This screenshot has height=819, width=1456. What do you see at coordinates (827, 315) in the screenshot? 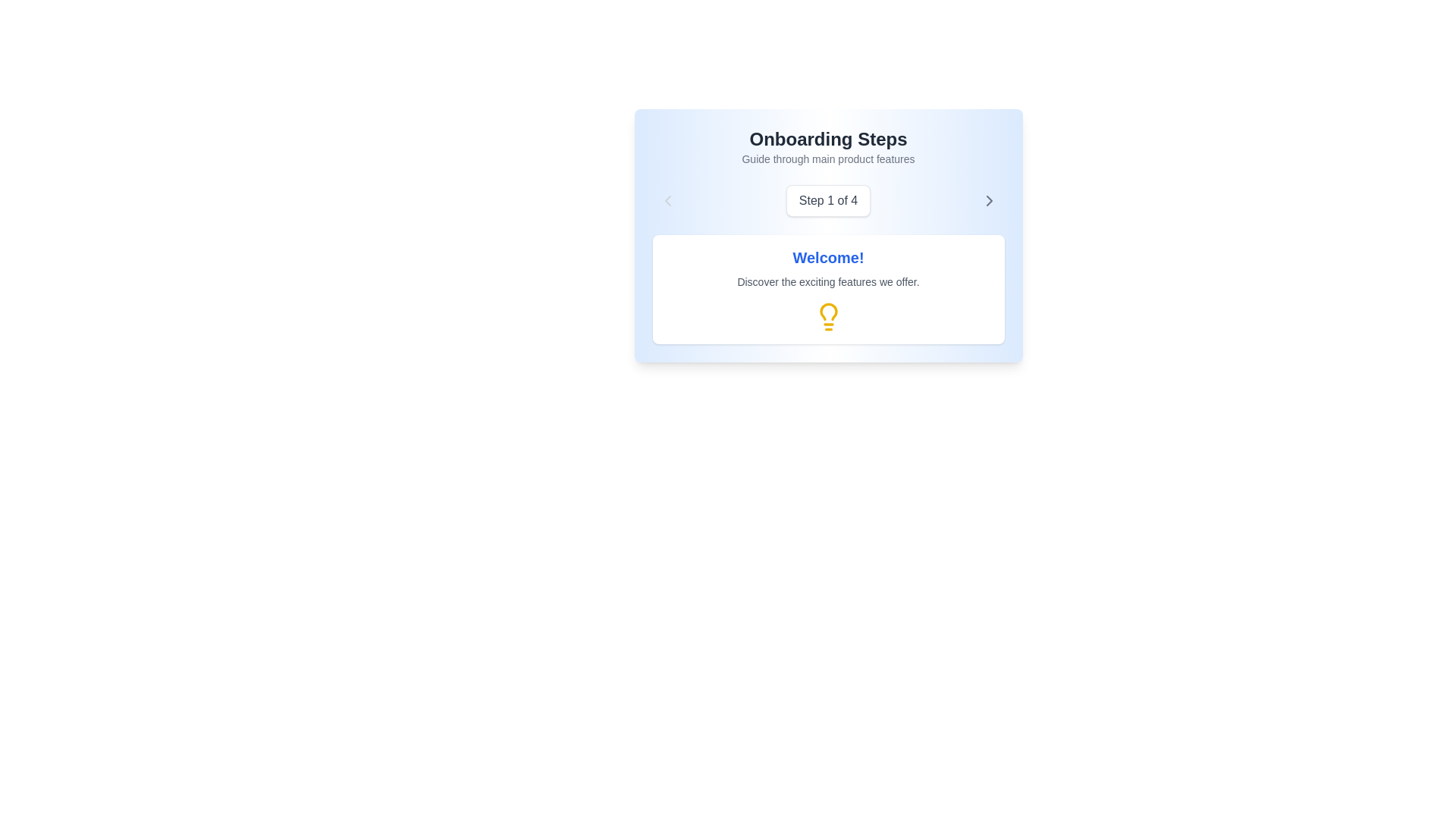
I see `the decorative icon located centrally beneath the description text in the card component which contains the heading 'Welcome!' and the text 'Discover the exciting features we offer.'` at bounding box center [827, 315].